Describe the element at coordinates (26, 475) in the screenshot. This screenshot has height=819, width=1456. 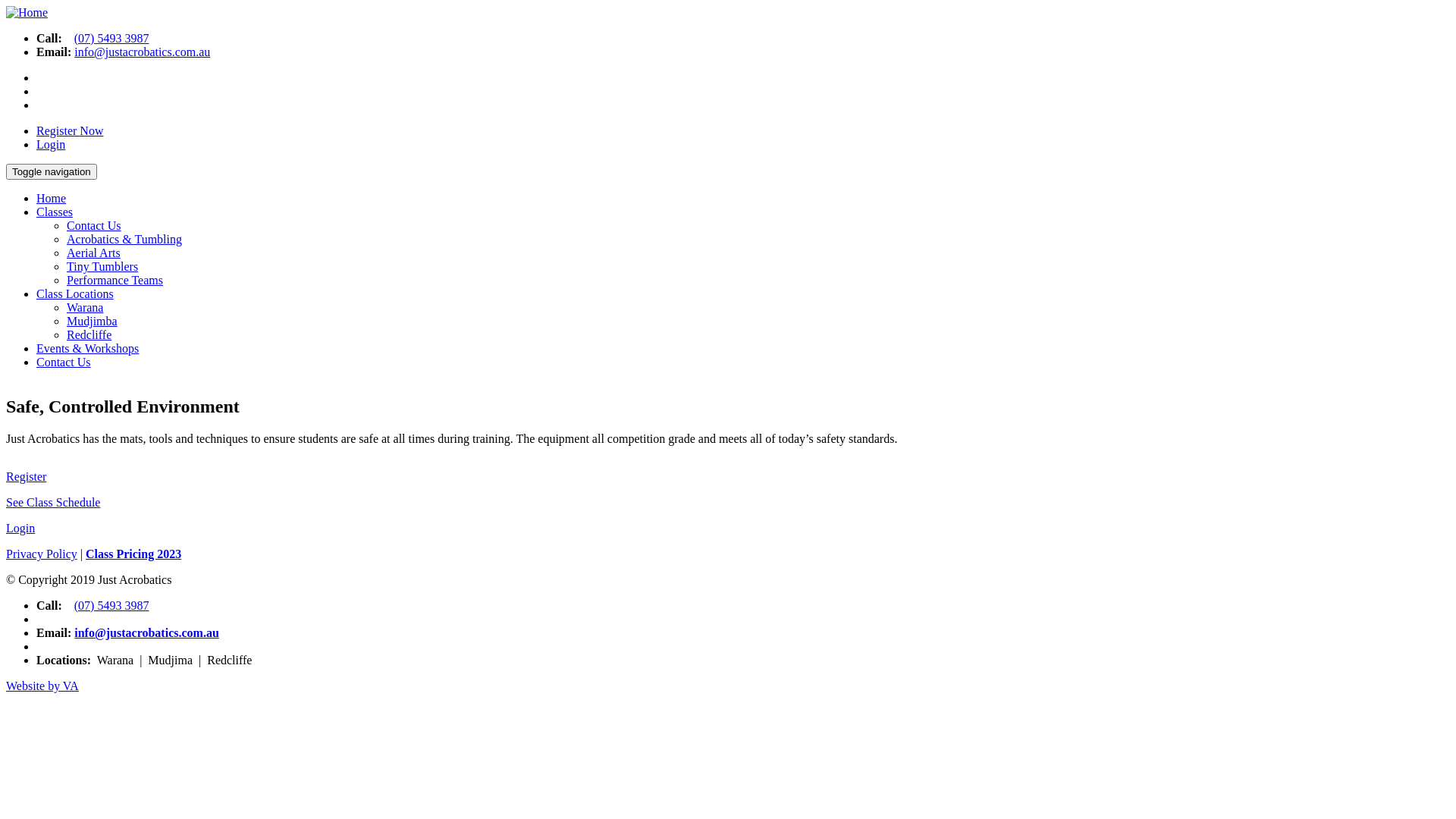
I see `'Register'` at that location.